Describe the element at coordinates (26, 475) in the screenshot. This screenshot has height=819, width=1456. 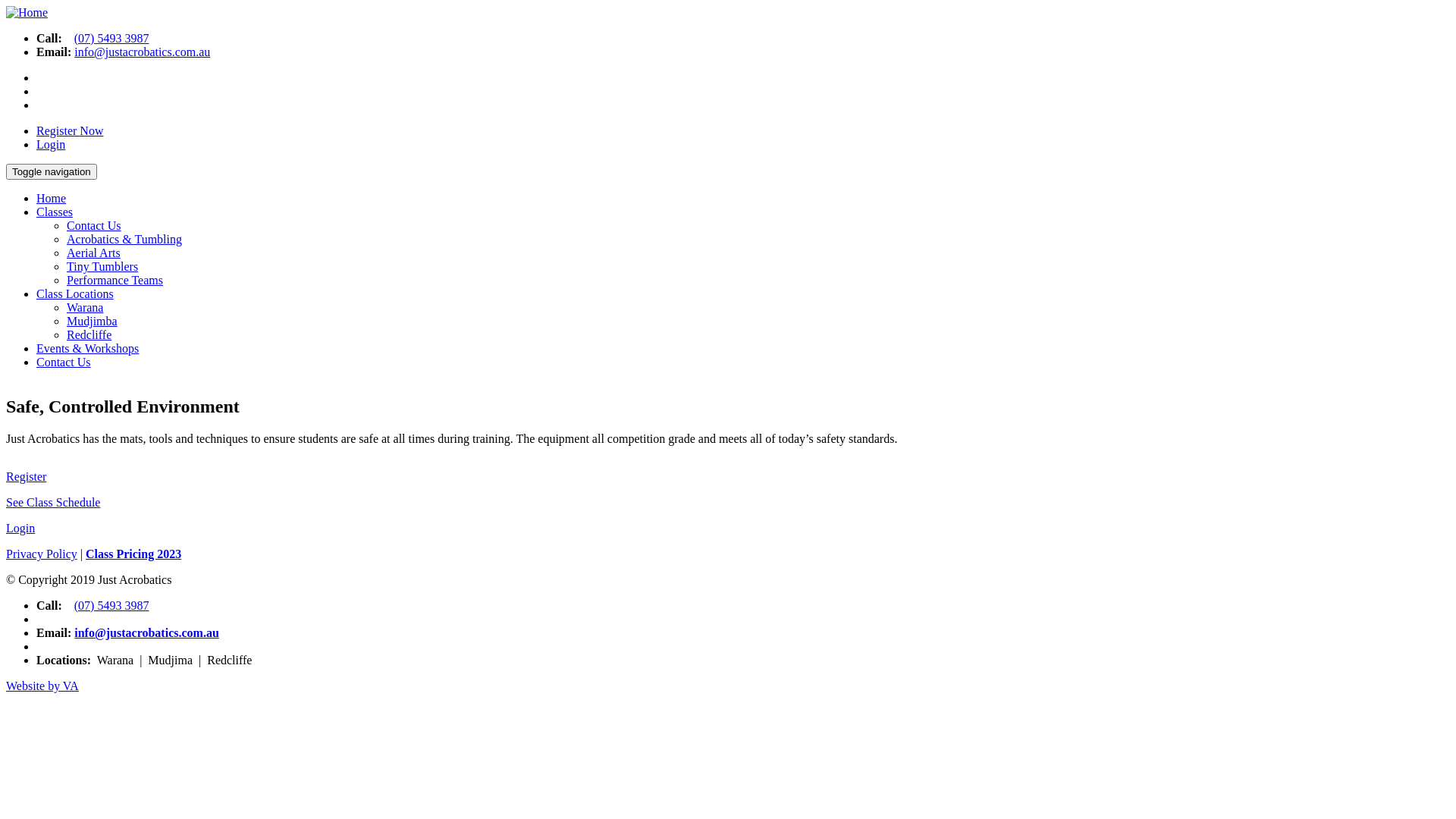
I see `'Register'` at that location.